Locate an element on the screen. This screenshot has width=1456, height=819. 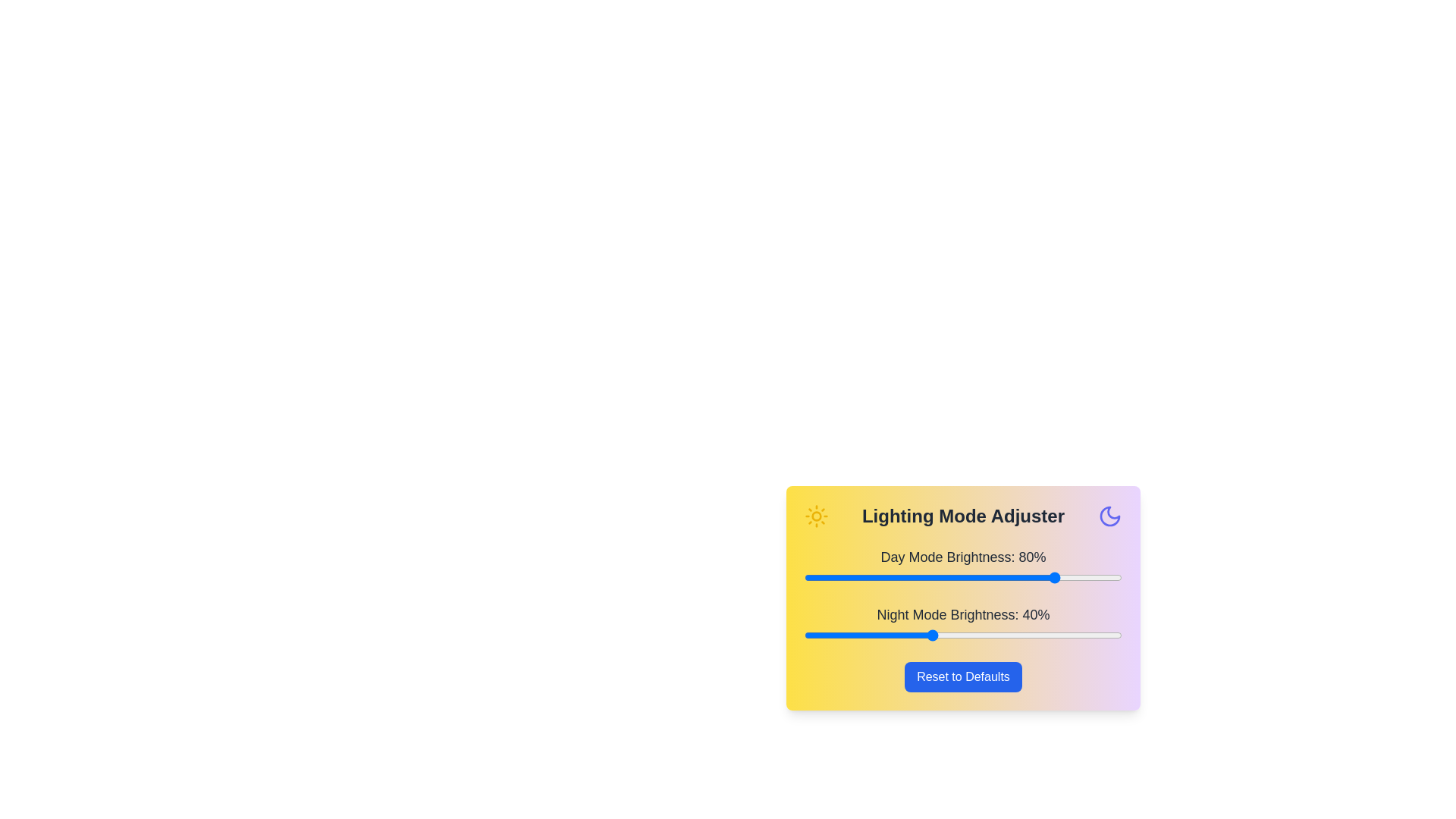
the night mode brightness slider to 5% is located at coordinates (819, 635).